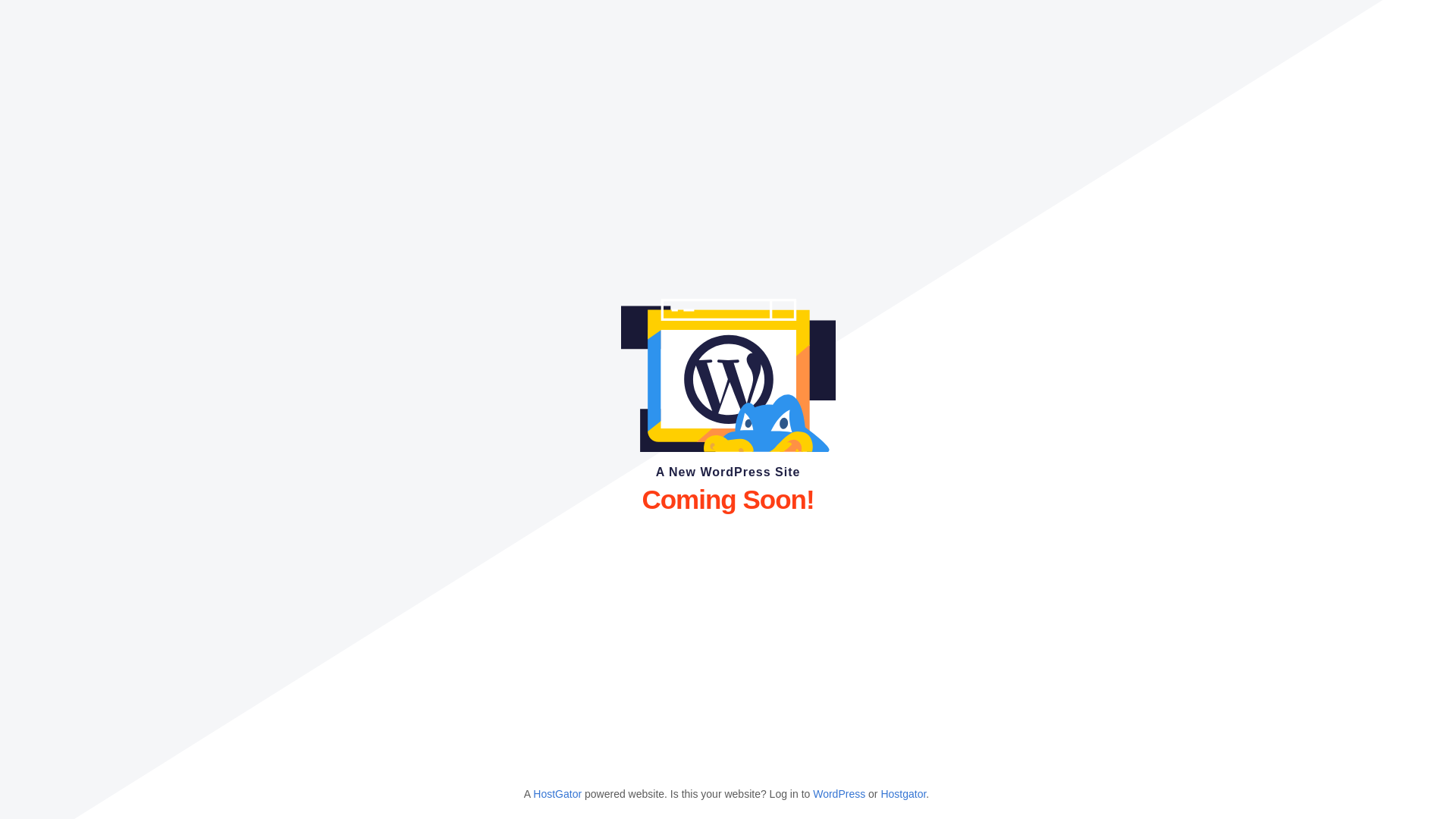 The width and height of the screenshot is (1456, 819). Describe the element at coordinates (902, 792) in the screenshot. I see `'Hostgator'` at that location.